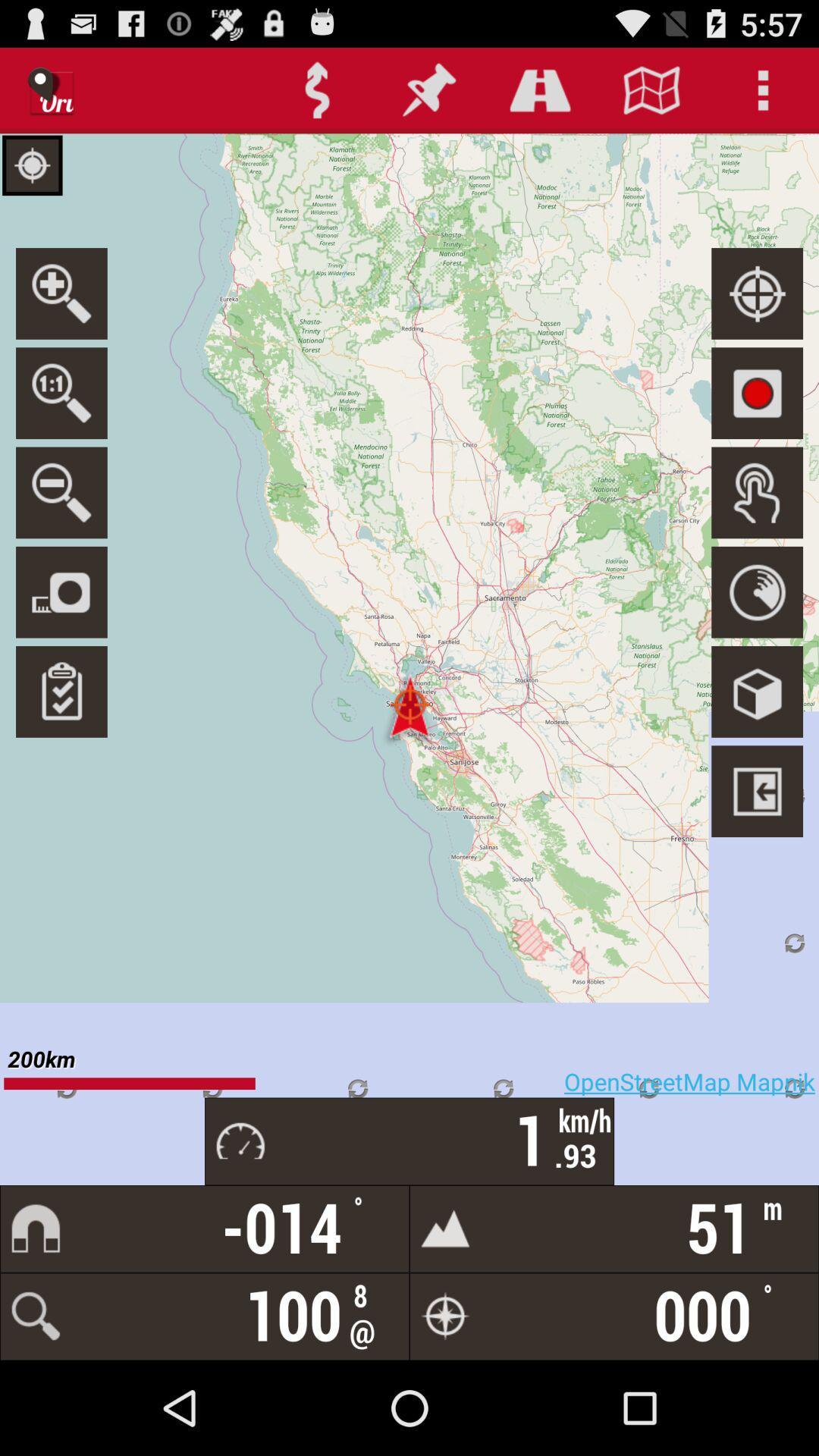  Describe the element at coordinates (757, 421) in the screenshot. I see `the photo icon` at that location.